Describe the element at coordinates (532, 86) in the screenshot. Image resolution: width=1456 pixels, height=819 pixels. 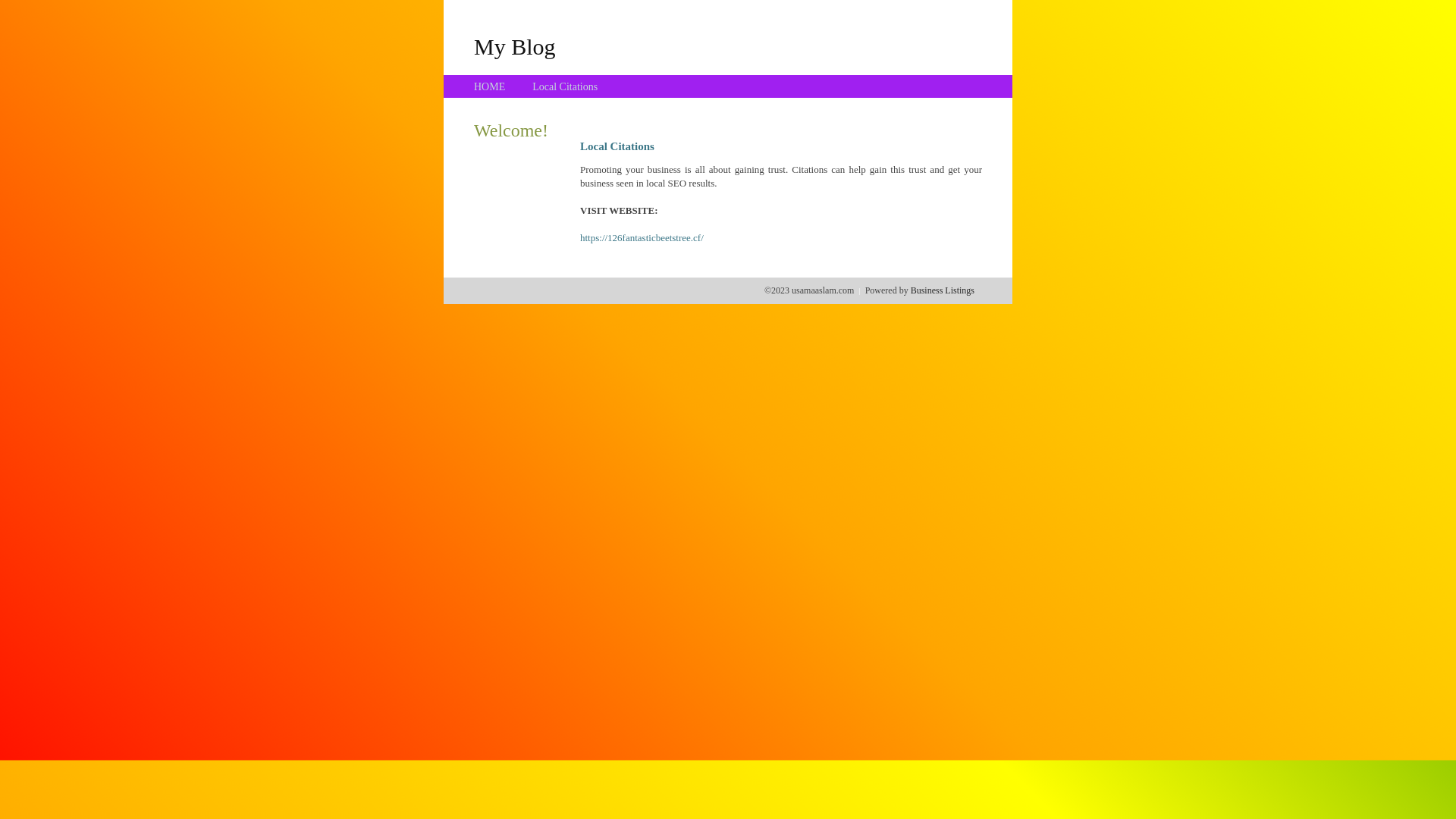
I see `'Local Citations'` at that location.